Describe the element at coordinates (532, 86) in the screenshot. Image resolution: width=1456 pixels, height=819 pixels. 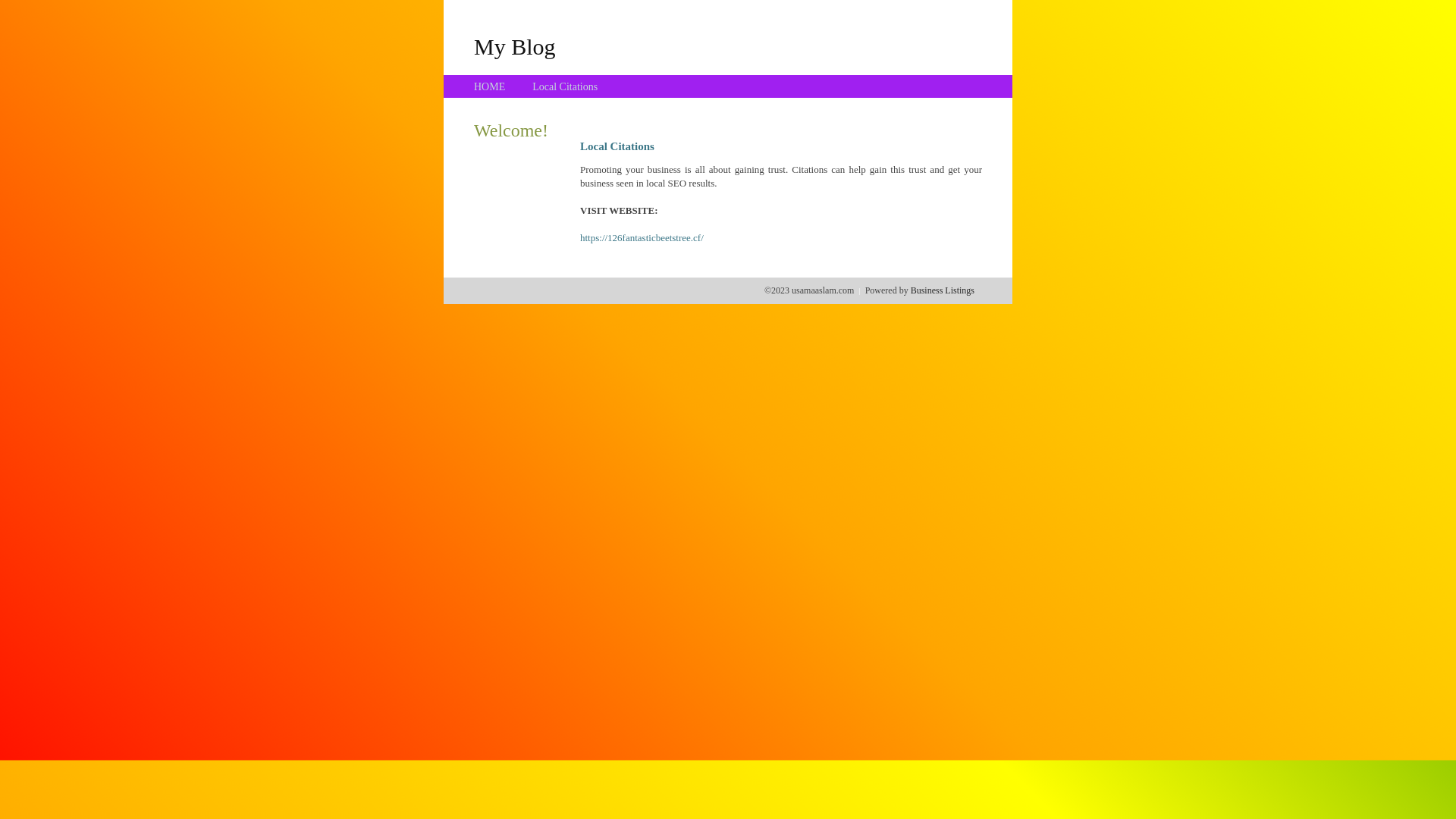
I see `'Local Citations'` at that location.